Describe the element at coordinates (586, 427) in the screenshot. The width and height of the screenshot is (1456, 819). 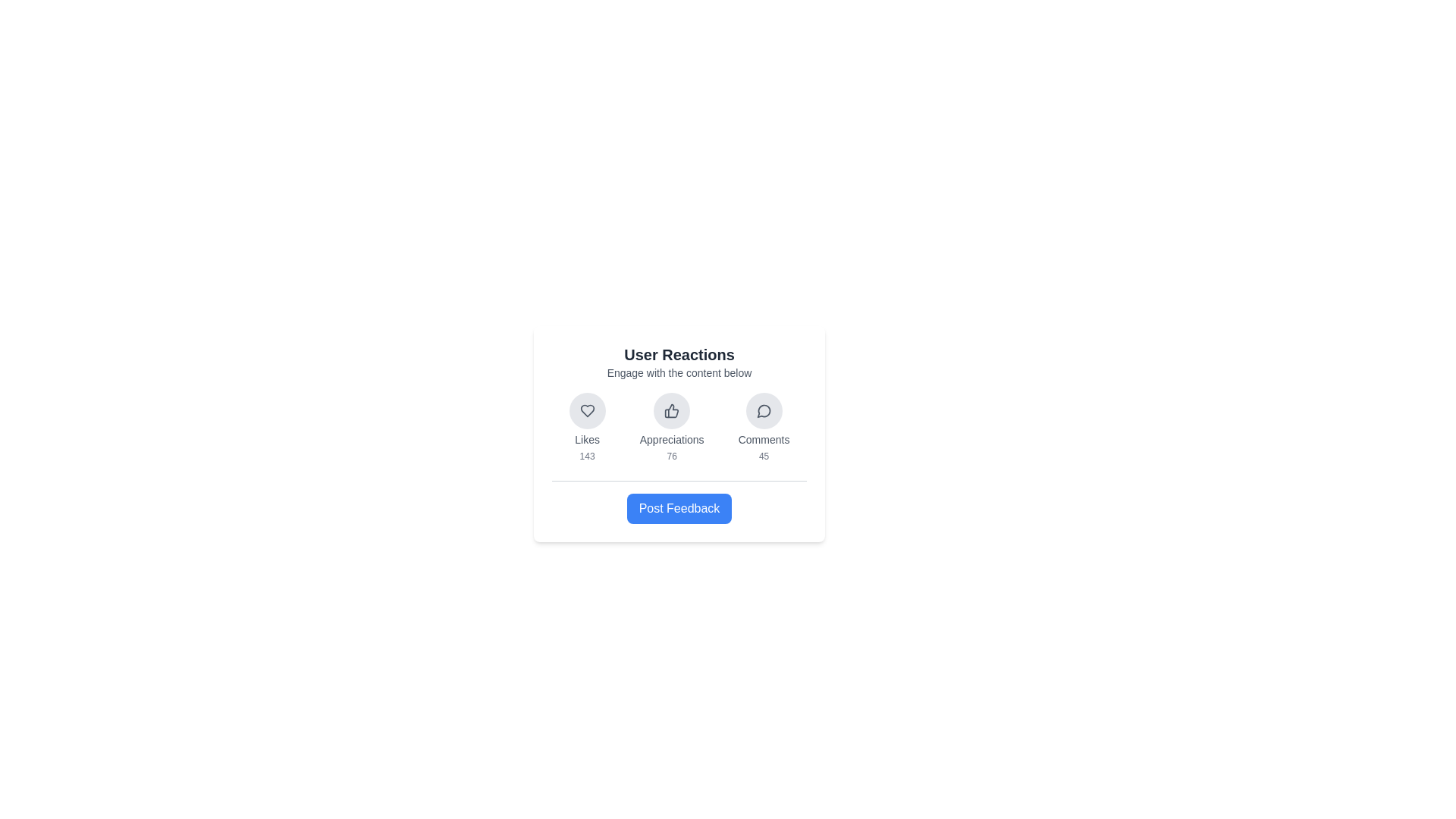
I see `the 'Likes' button-like icon displaying the count of likes` at that location.